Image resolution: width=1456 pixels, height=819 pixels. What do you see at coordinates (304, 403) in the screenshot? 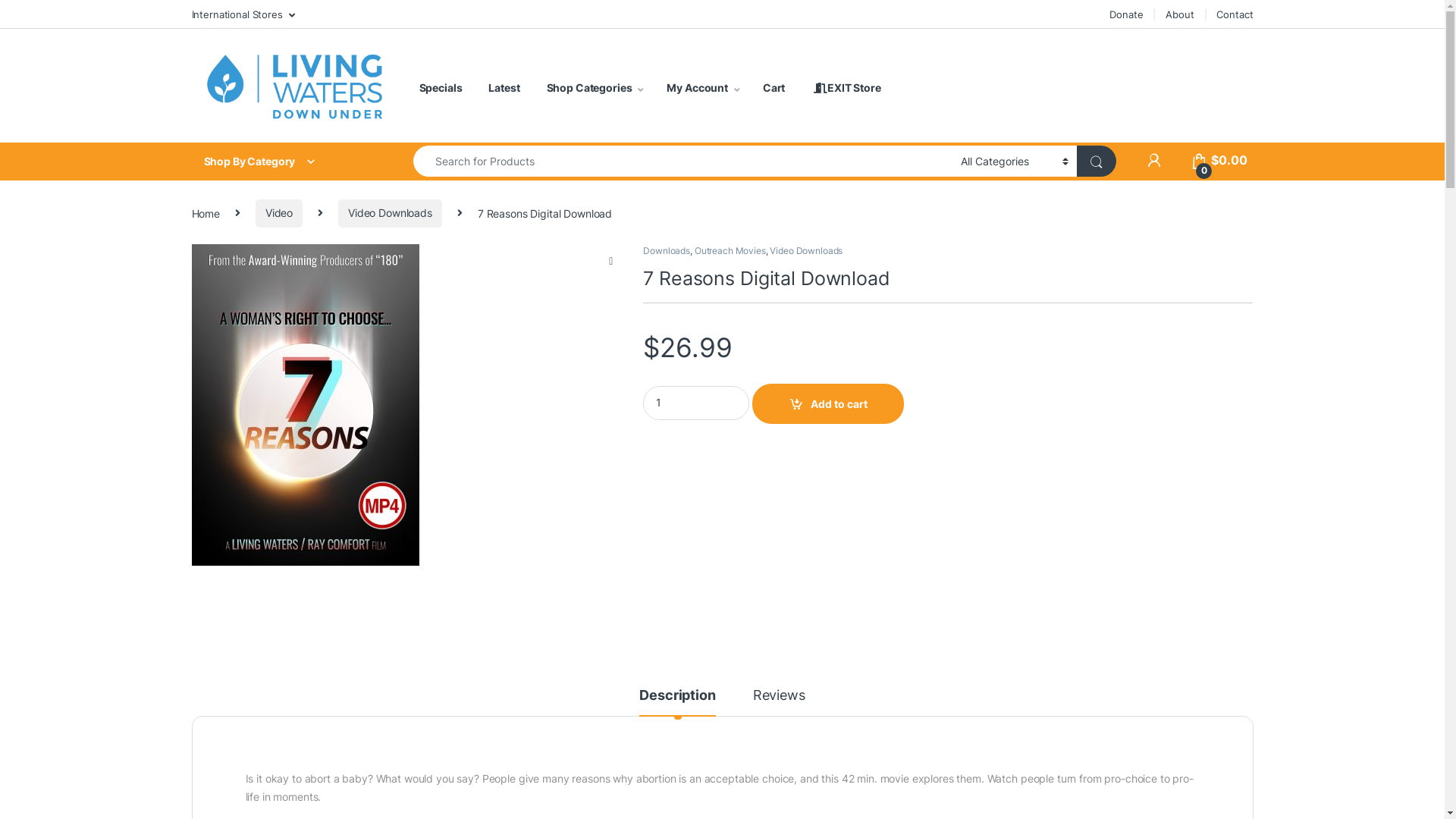
I see `'download-7-reasons-mi619'` at bounding box center [304, 403].